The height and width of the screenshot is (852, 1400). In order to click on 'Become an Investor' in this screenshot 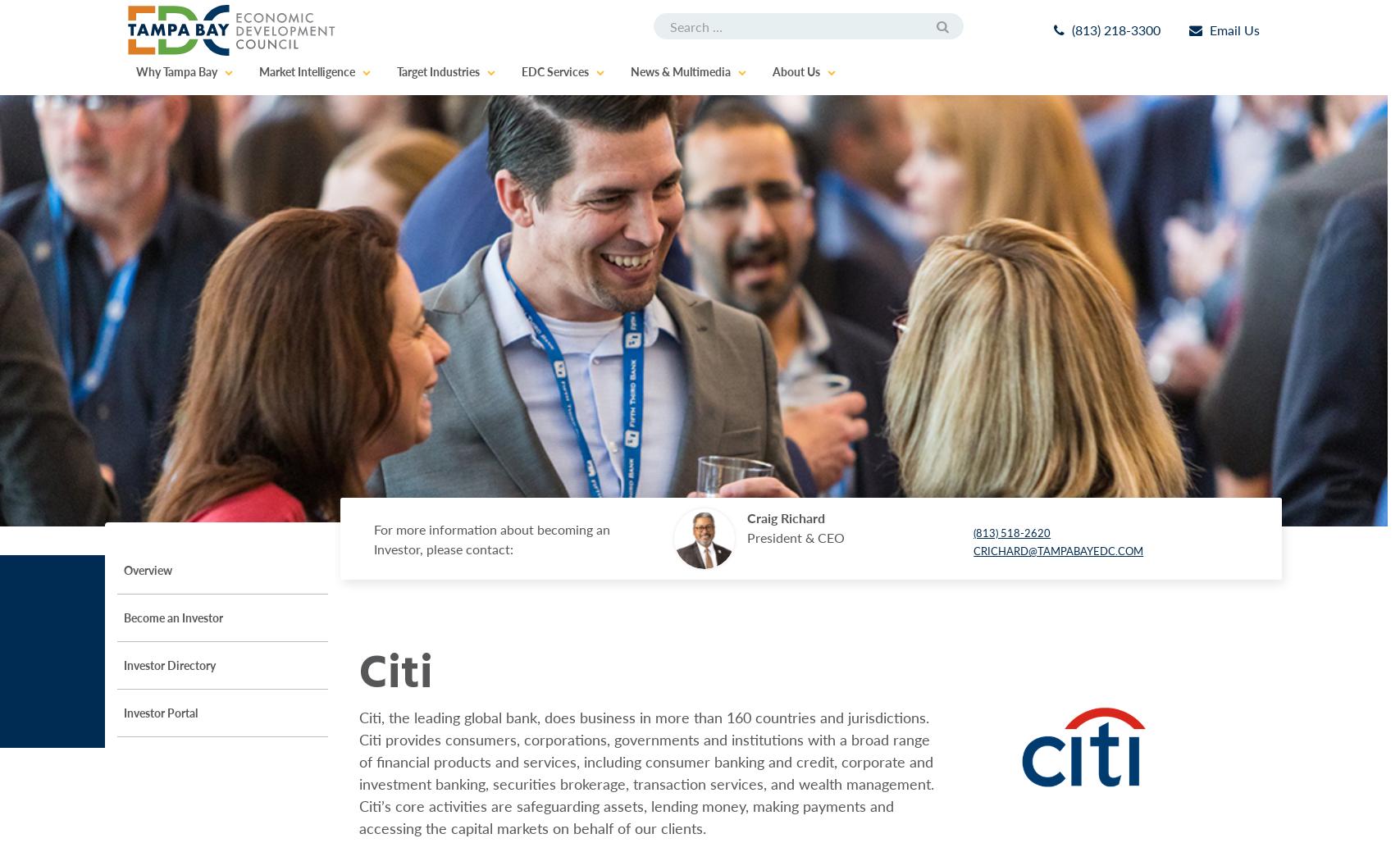, I will do `click(173, 616)`.